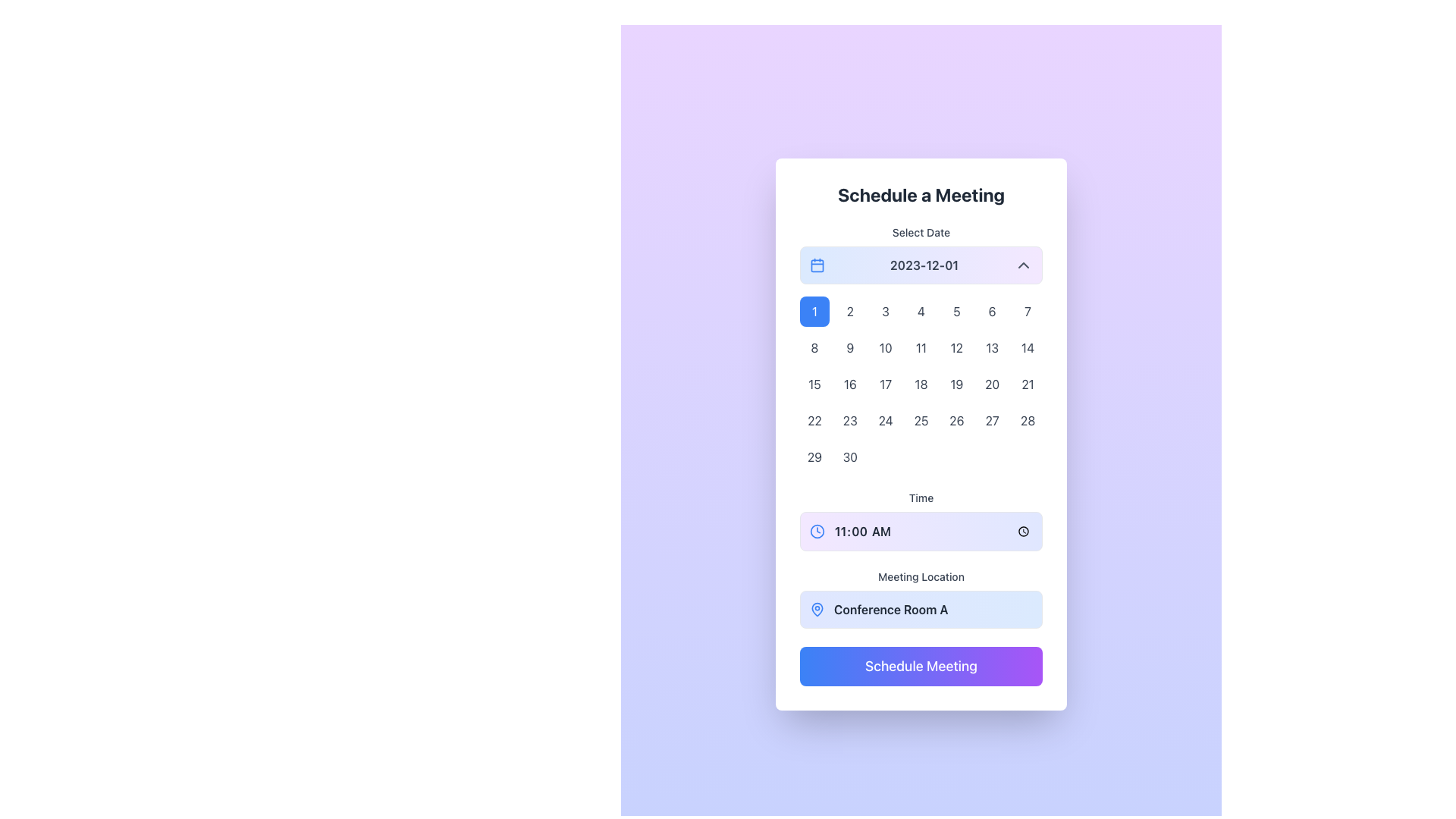 The width and height of the screenshot is (1456, 819). What do you see at coordinates (814, 311) in the screenshot?
I see `the button that displays the numeric text '1' with a blue background, located in the first row and first column of the calendar date grid` at bounding box center [814, 311].